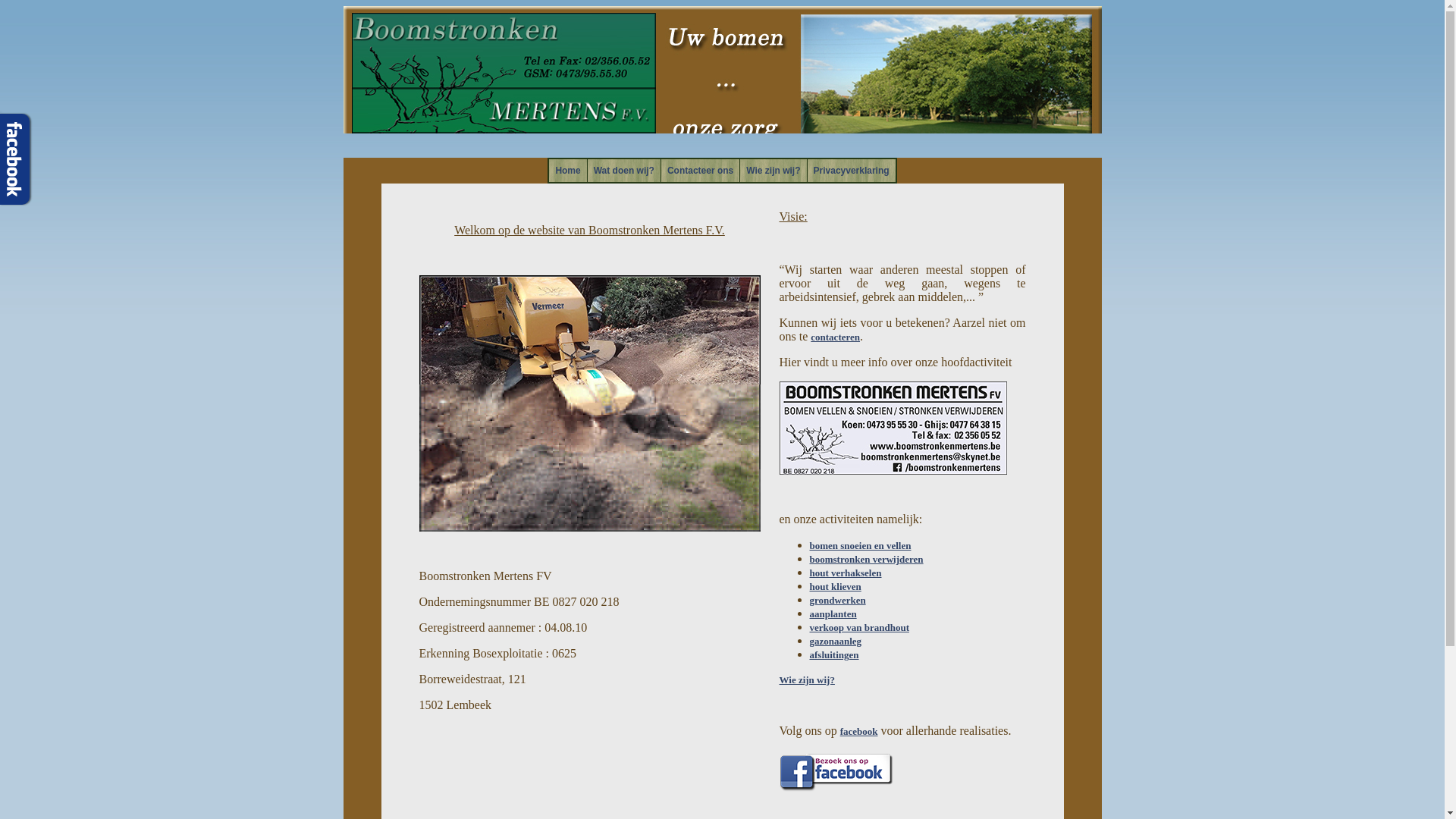 The width and height of the screenshot is (1456, 819). I want to click on 'Home', so click(566, 170).